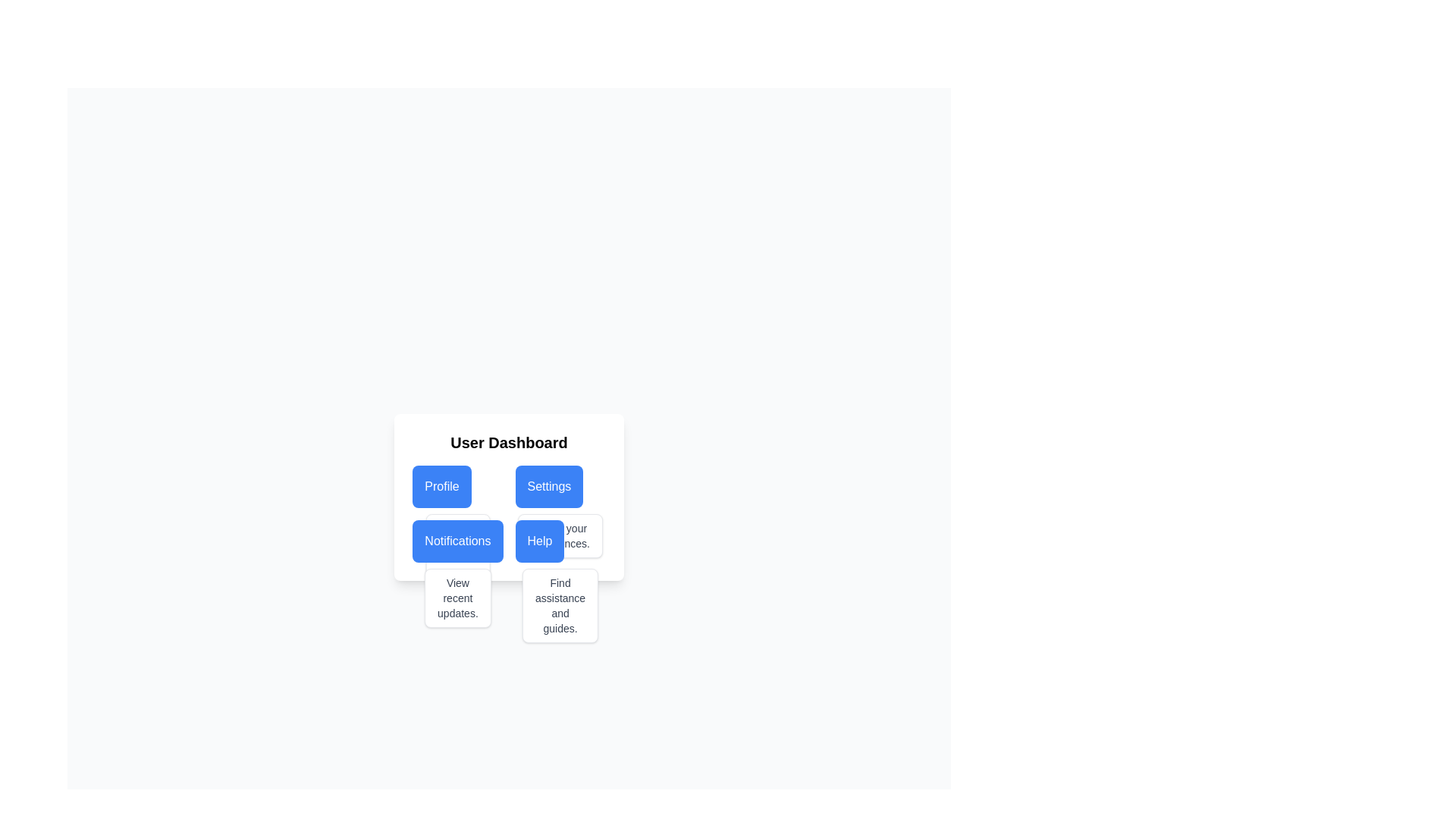 Image resolution: width=1456 pixels, height=819 pixels. What do you see at coordinates (560, 540) in the screenshot?
I see `the help button located in the grid layout below the 'User Dashboard' header` at bounding box center [560, 540].